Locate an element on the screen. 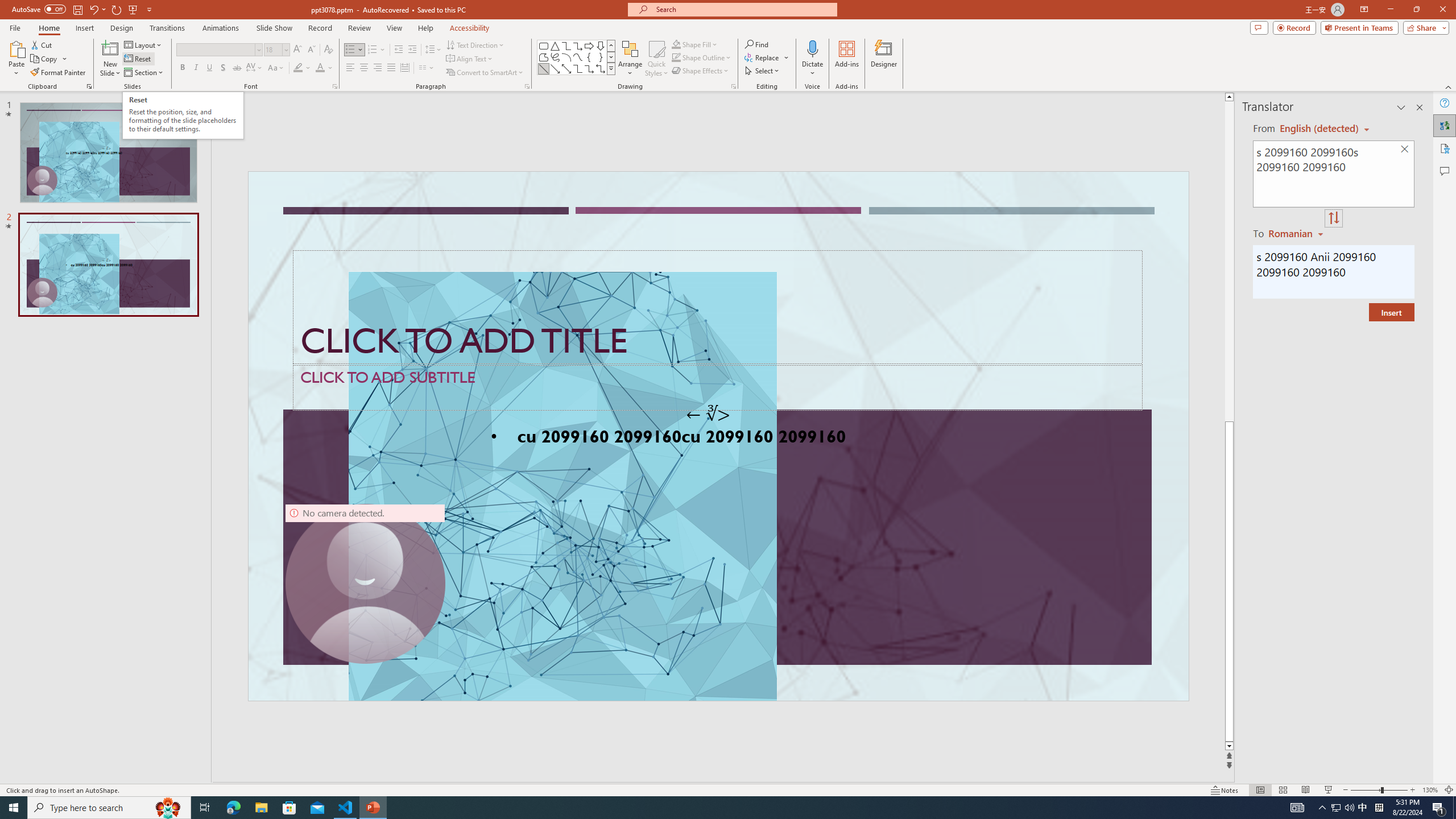 The image size is (1456, 819). 'Shape Fill Dark Green, Accent 2' is located at coordinates (676, 44).